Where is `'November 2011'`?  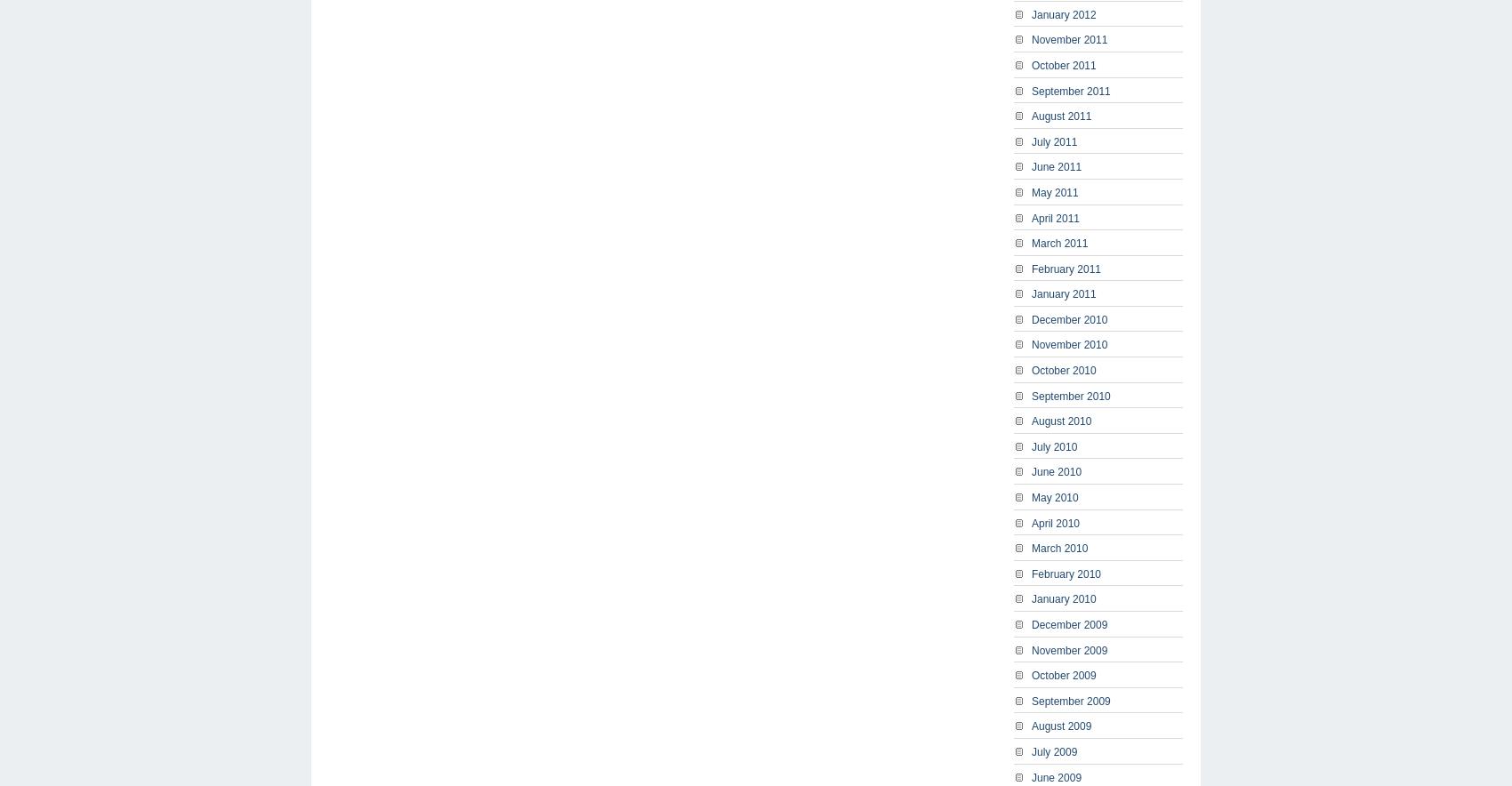
'November 2011' is located at coordinates (1032, 38).